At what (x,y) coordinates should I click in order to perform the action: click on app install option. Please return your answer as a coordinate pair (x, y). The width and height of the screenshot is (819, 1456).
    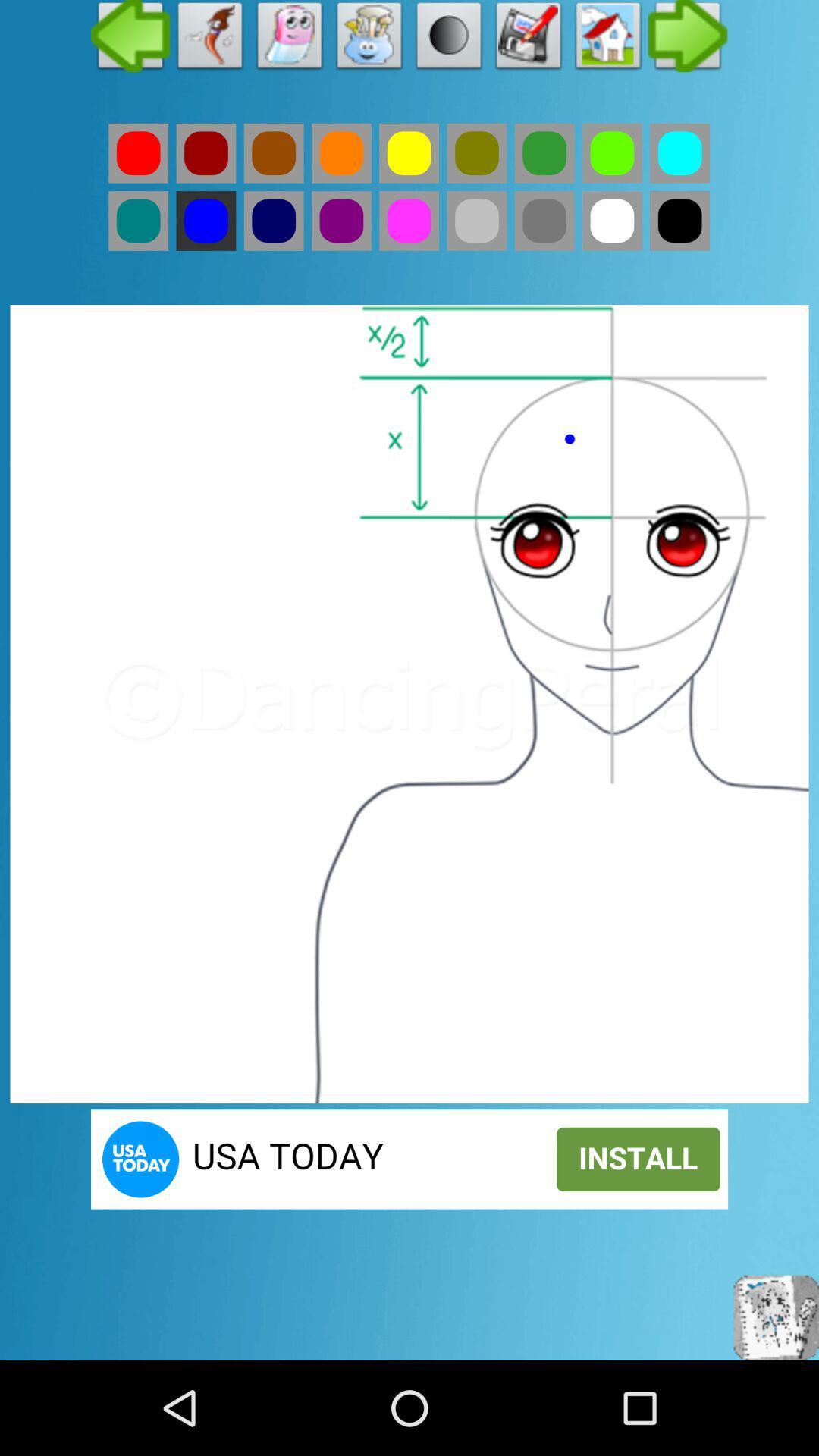
    Looking at the image, I should click on (409, 1158).